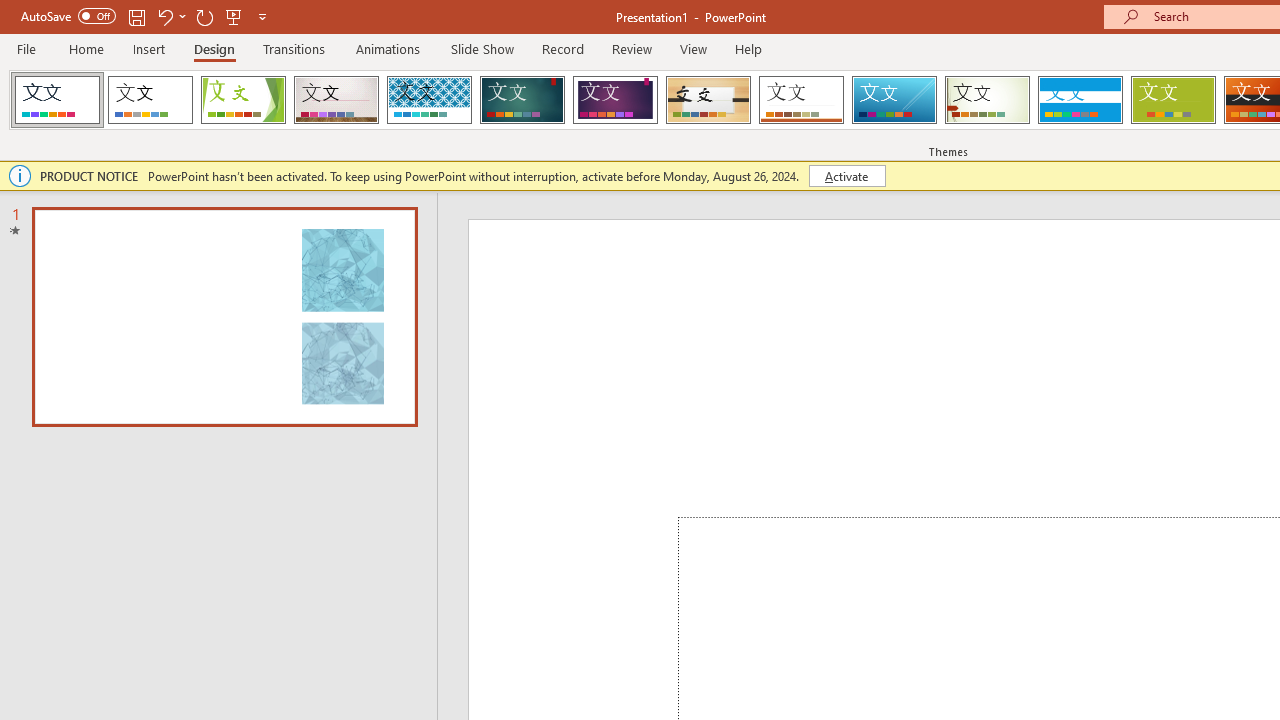 The height and width of the screenshot is (720, 1280). What do you see at coordinates (1173, 100) in the screenshot?
I see `'Basis'` at bounding box center [1173, 100].